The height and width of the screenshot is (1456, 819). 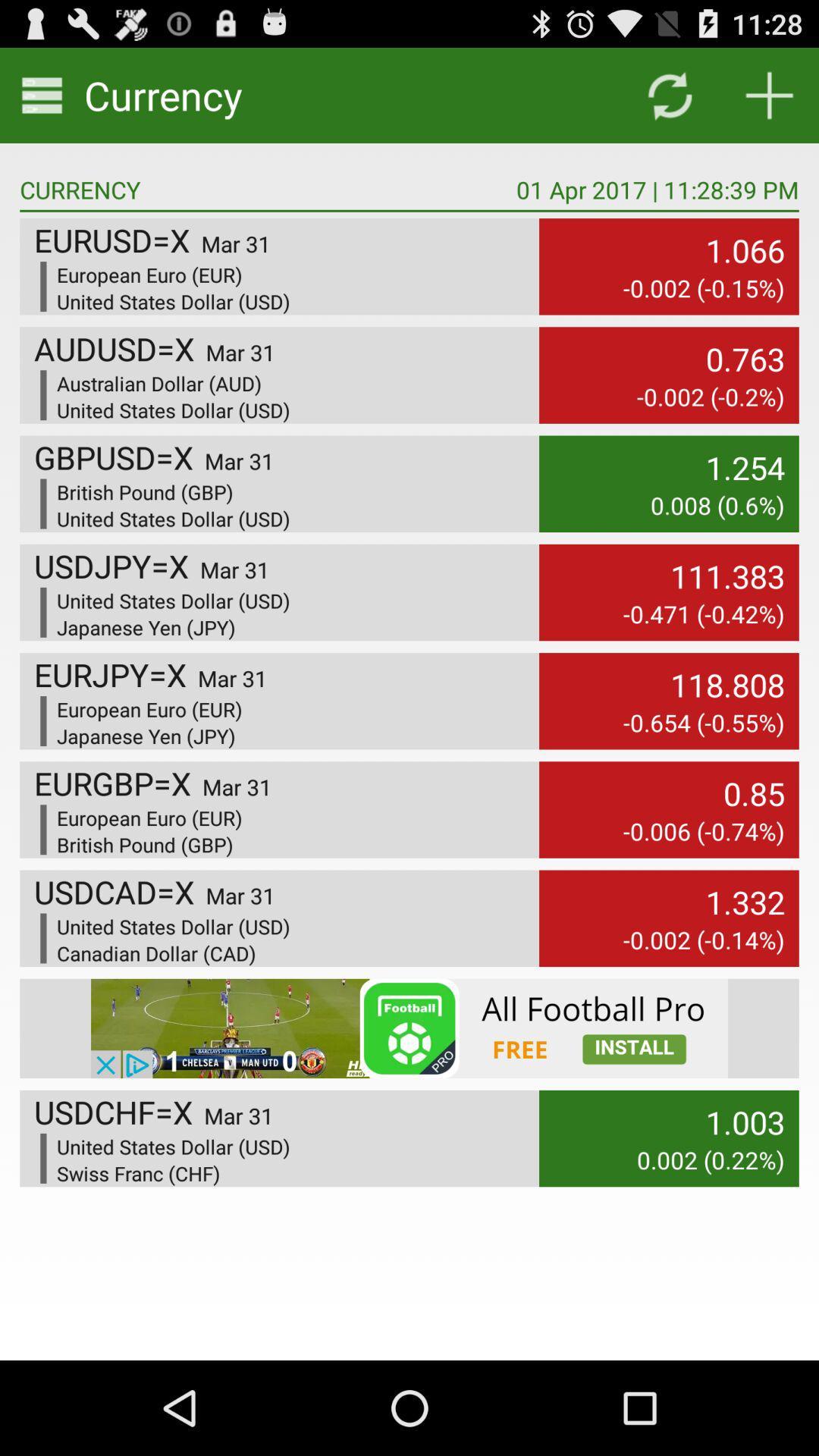 What do you see at coordinates (42, 94) in the screenshot?
I see `the icon at the top left of the page` at bounding box center [42, 94].